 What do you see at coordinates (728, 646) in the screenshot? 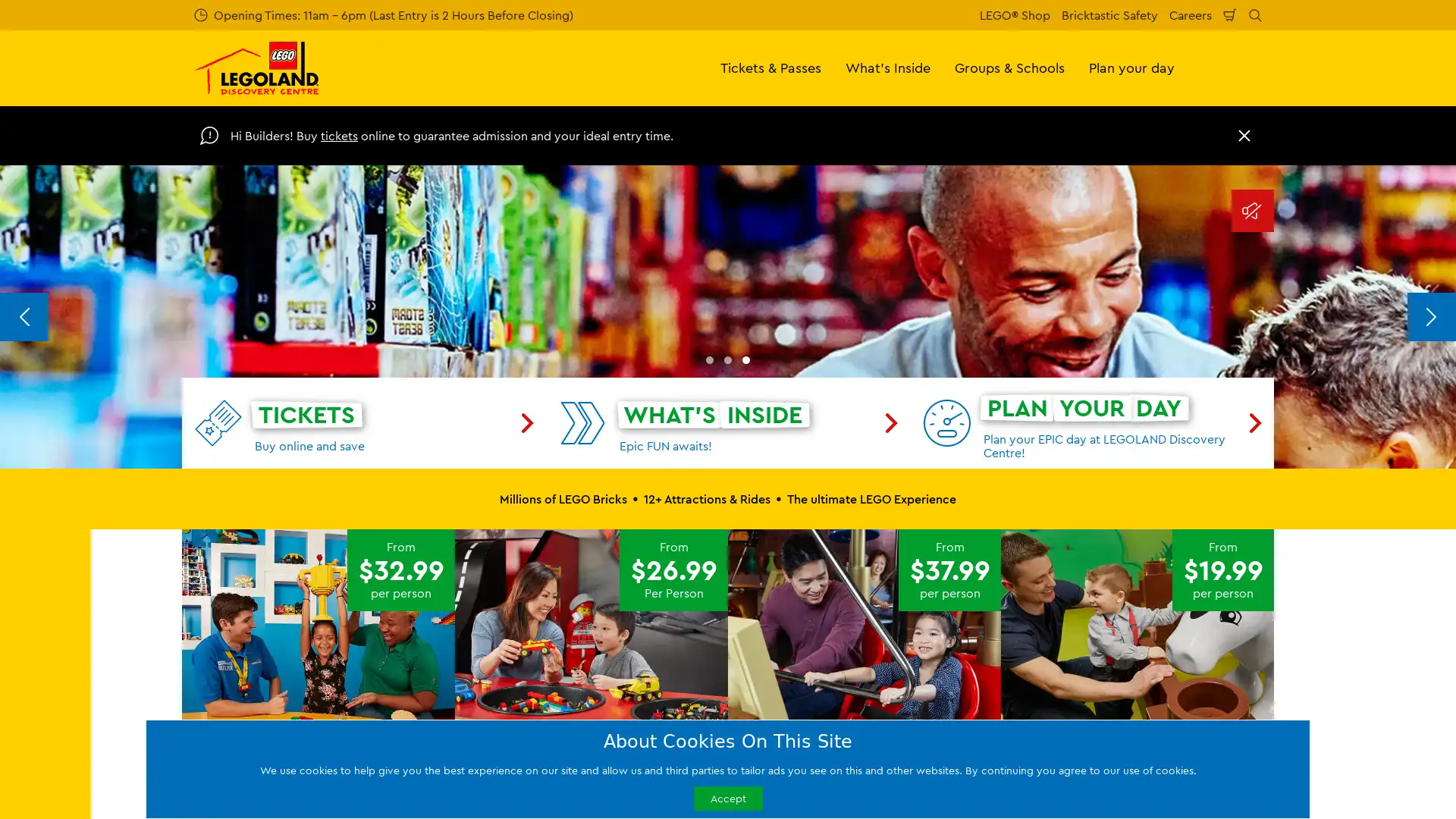
I see `Go to slide 2` at bounding box center [728, 646].